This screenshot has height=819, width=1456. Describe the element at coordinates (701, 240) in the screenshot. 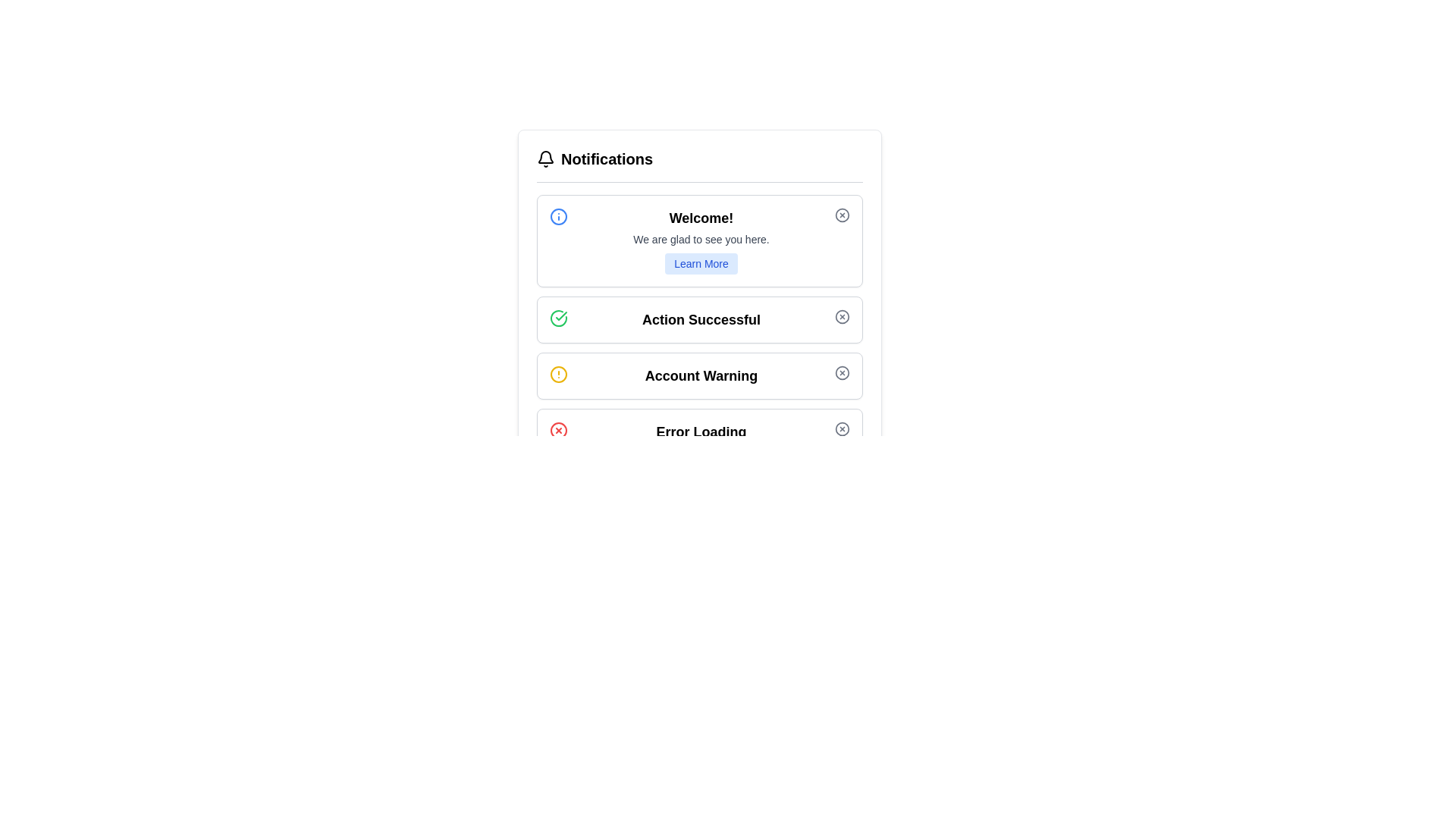

I see `the 'Learn More' hyperlink in the first notification card located in the notification section of the interface` at that location.